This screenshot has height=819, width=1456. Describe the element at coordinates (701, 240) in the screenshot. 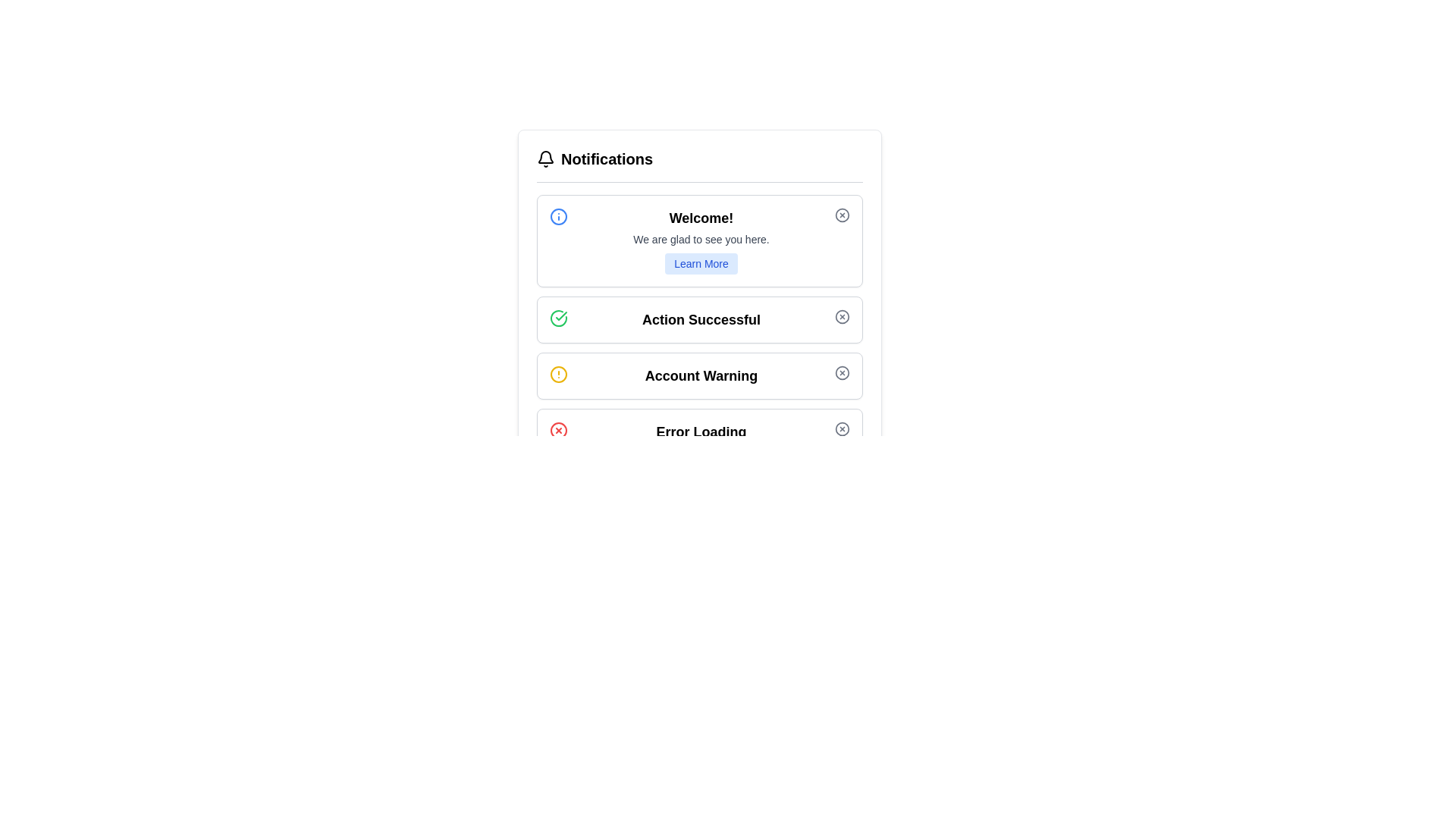

I see `the 'Learn More' hyperlink in the first notification card located in the notification section of the interface` at that location.